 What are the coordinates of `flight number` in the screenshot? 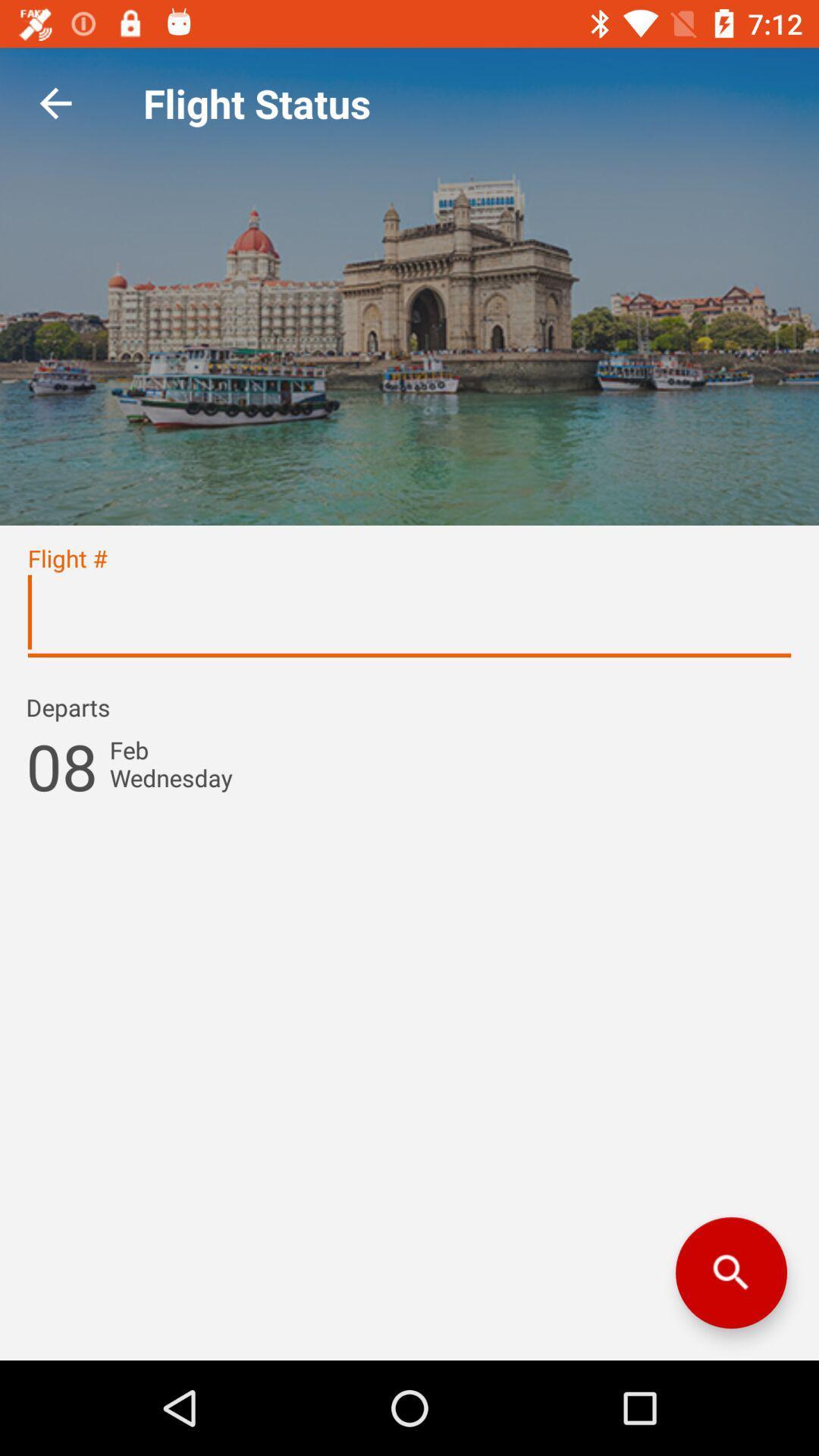 It's located at (409, 619).